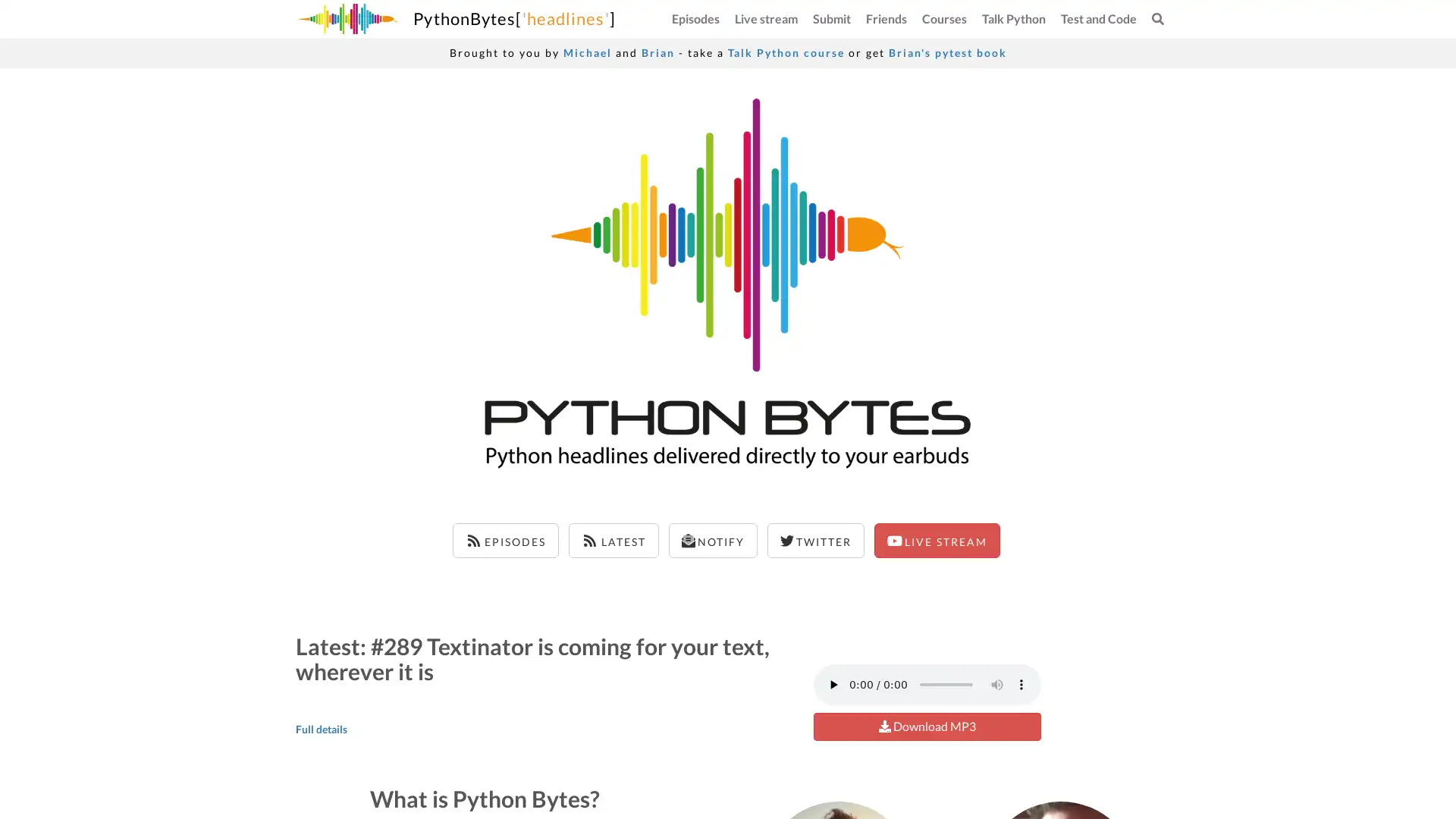  Describe the element at coordinates (1020, 684) in the screenshot. I see `show more media controls` at that location.